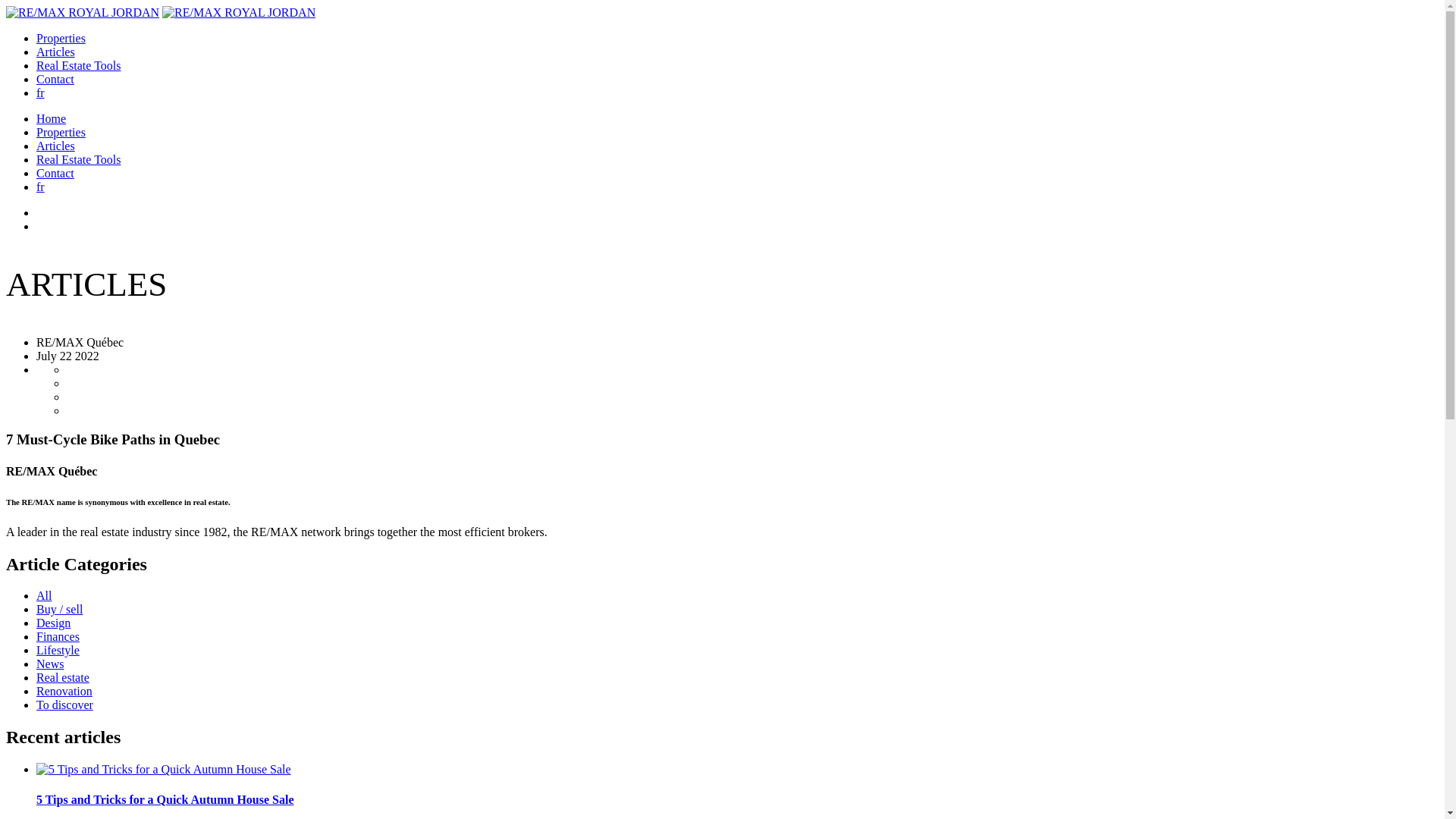 The width and height of the screenshot is (1456, 819). I want to click on 'Articles', so click(55, 51).